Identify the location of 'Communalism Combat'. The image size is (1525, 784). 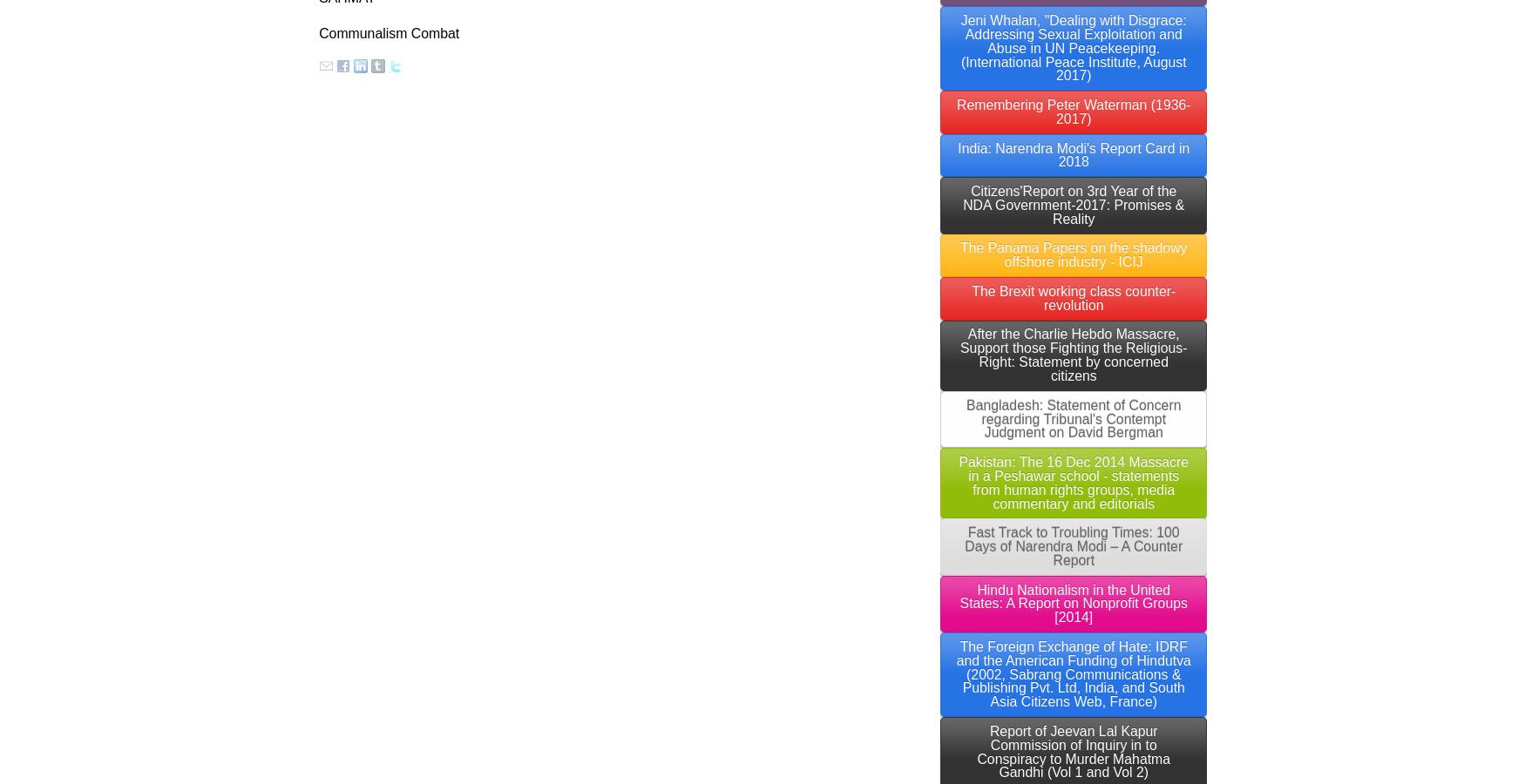
(389, 32).